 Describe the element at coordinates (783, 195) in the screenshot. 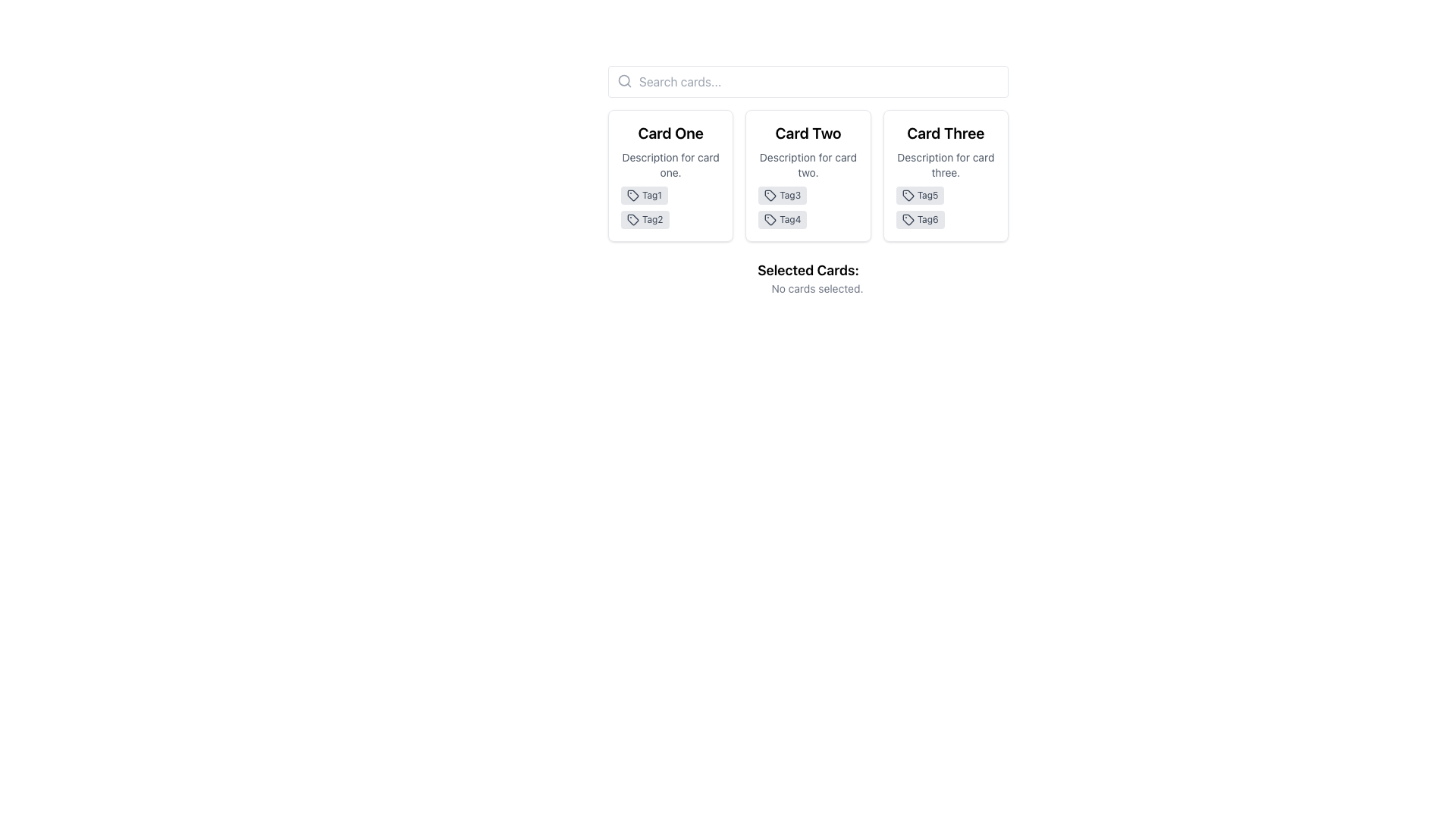

I see `the tag indicator labeled 'Tag3' with a light gray background and dark gray text, positioned within 'Card Two'` at that location.